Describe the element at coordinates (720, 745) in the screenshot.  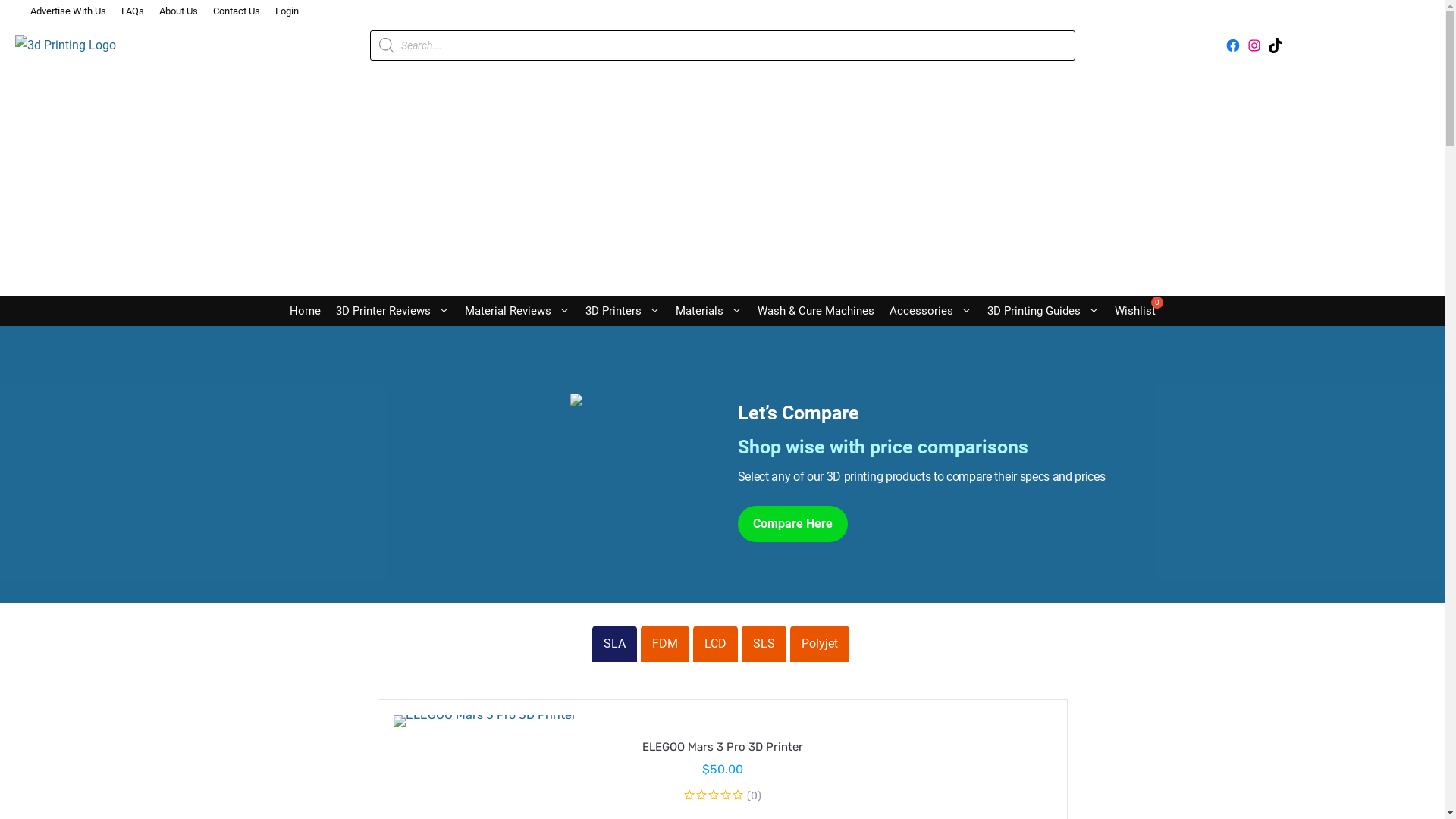
I see `'ELEGOO Mars 3 Pro 3D Printer'` at that location.